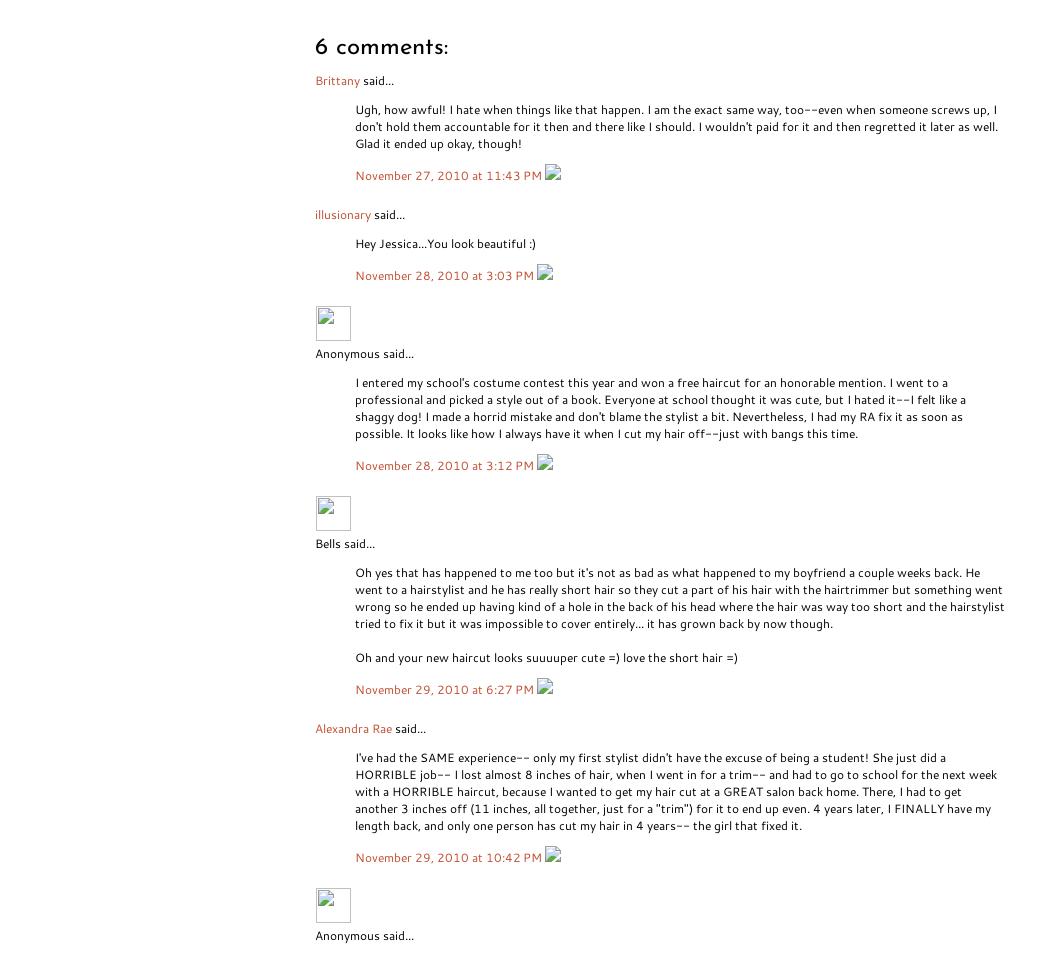 The image size is (1058, 957). Describe the element at coordinates (353, 727) in the screenshot. I see `'Alexandra Rae'` at that location.